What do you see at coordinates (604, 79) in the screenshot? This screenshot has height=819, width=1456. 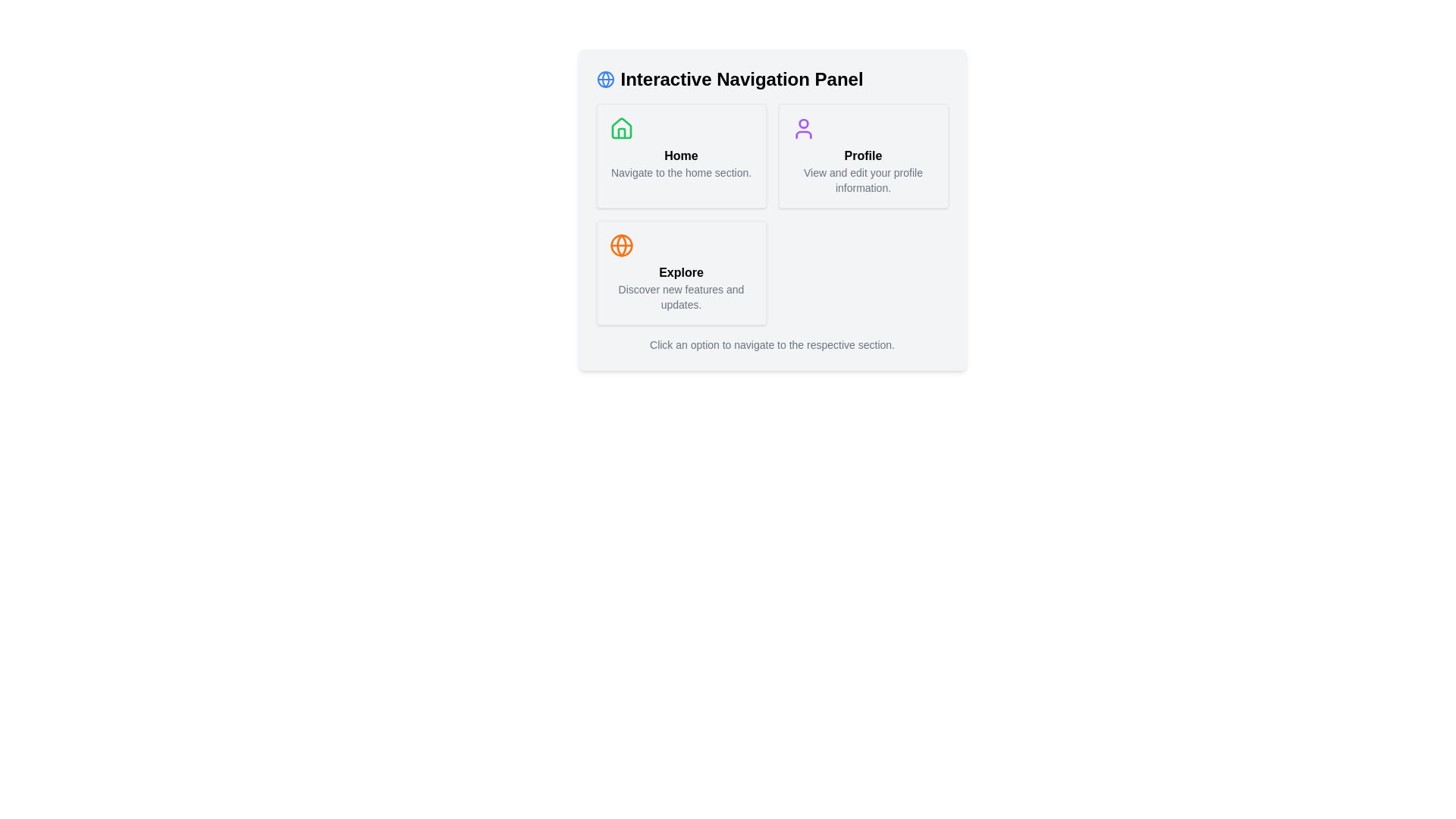 I see `the central circular part of the blue globe icon in the 'Explore' section of the navigation panel, which visually represents global features` at bounding box center [604, 79].